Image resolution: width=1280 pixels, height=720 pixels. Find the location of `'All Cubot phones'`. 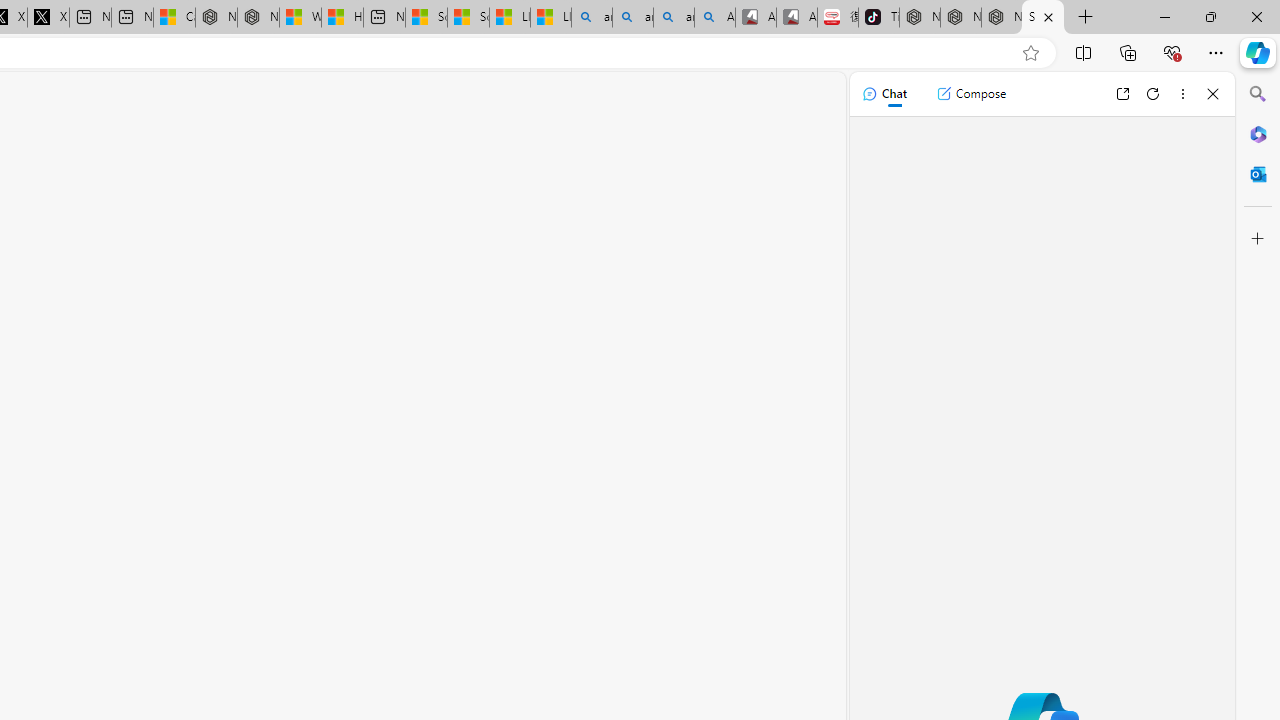

'All Cubot phones' is located at coordinates (795, 17).